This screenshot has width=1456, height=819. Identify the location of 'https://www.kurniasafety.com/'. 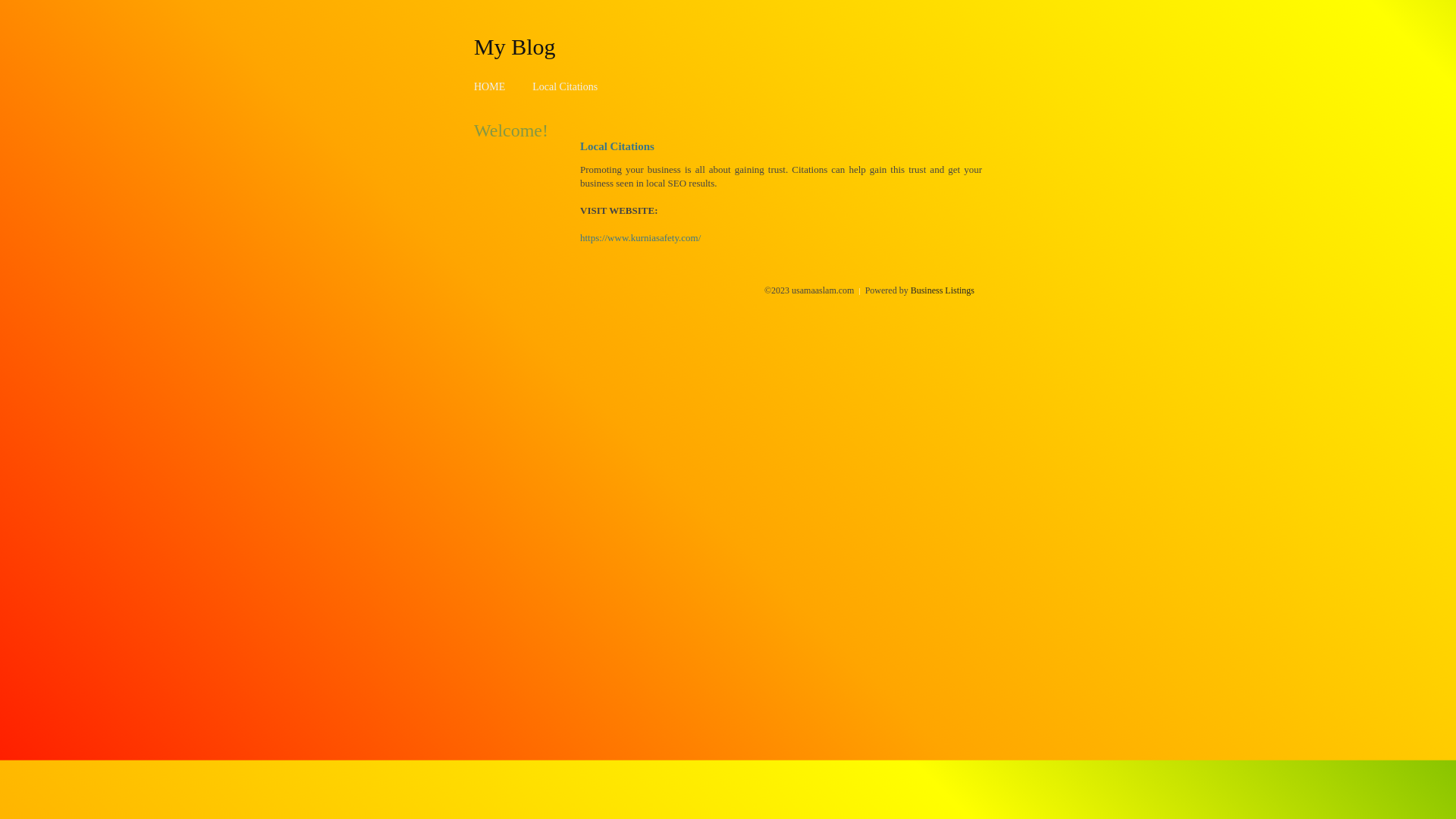
(640, 237).